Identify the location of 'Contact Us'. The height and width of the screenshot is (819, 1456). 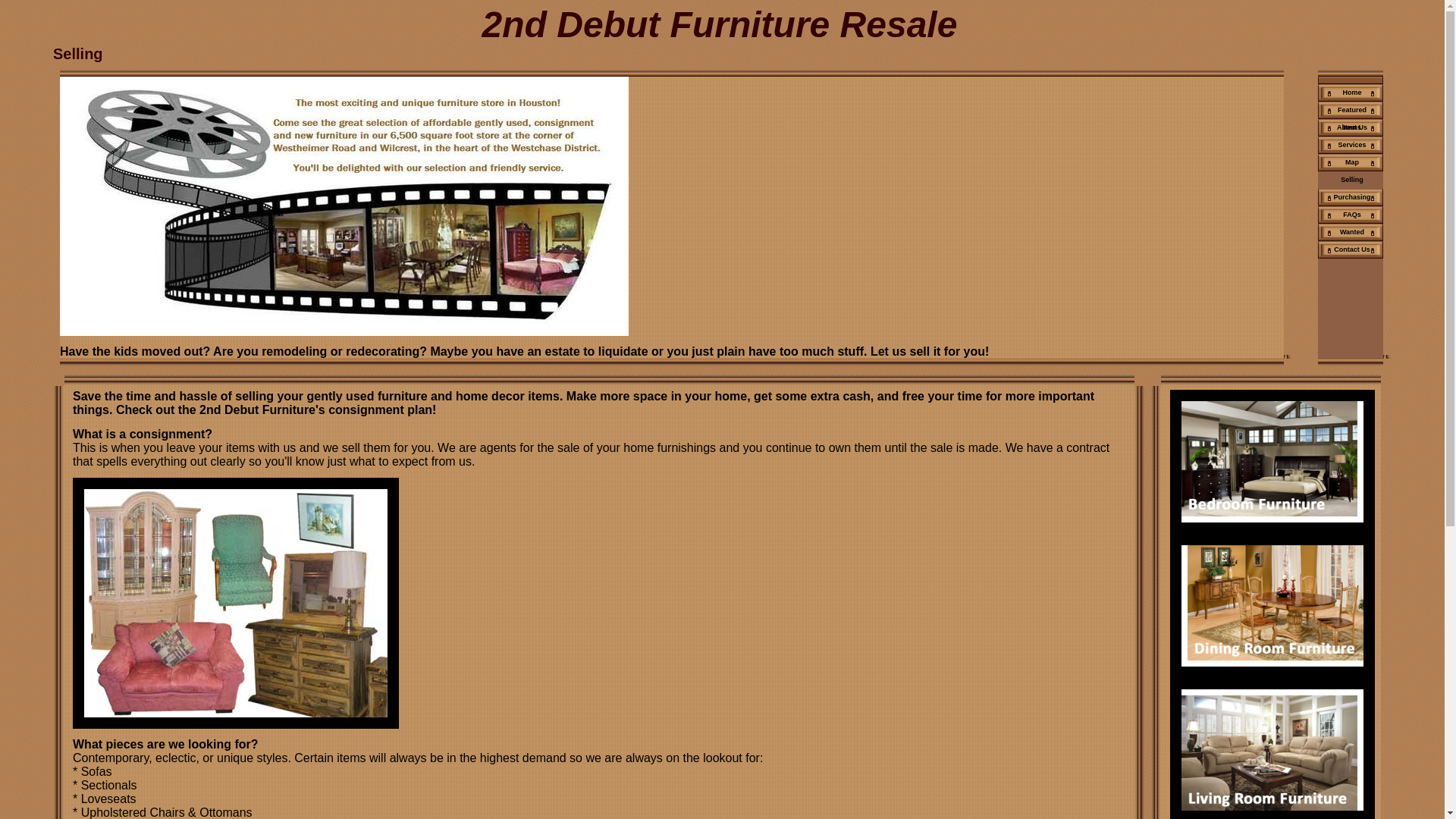
(1350, 249).